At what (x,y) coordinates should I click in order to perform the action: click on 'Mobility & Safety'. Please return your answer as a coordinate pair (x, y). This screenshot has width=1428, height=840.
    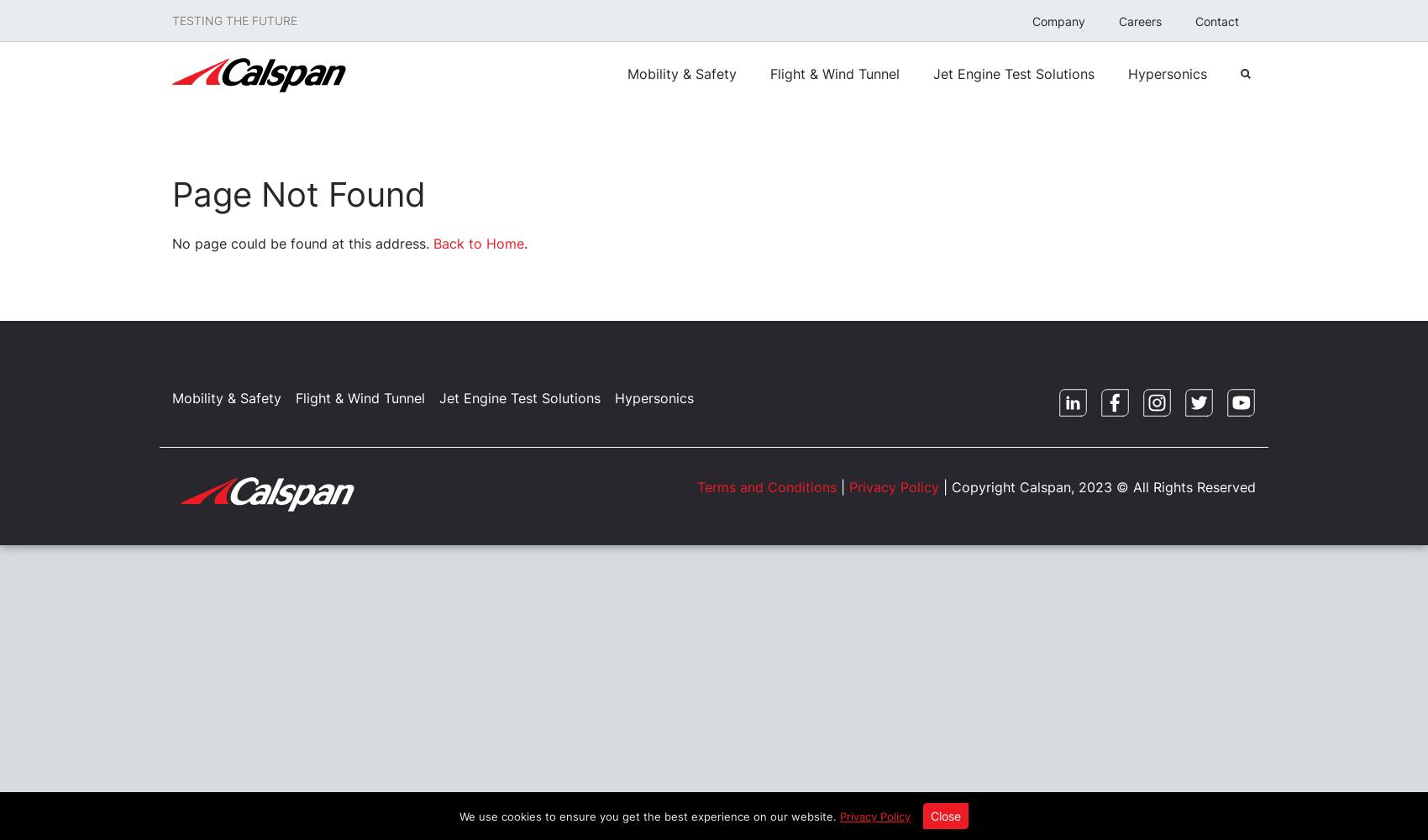
    Looking at the image, I should click on (171, 397).